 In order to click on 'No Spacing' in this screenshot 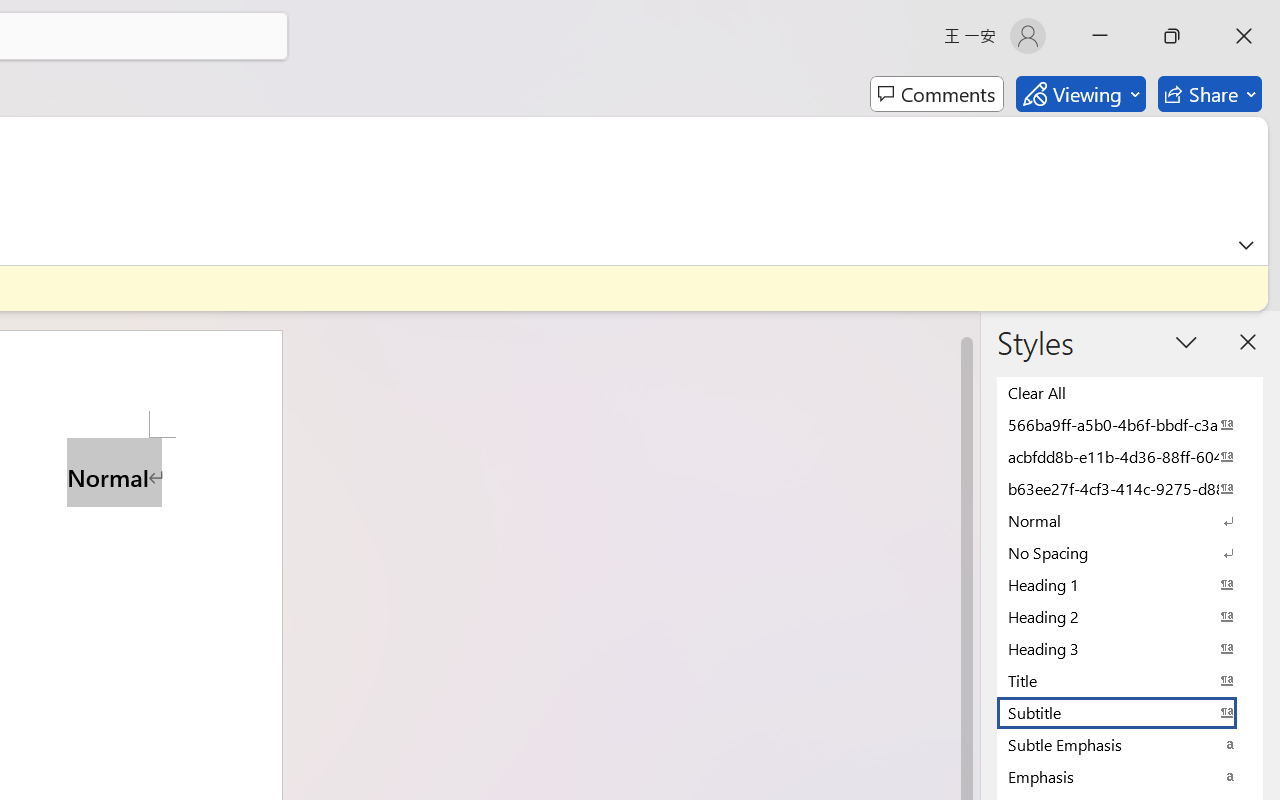, I will do `click(1130, 552)`.